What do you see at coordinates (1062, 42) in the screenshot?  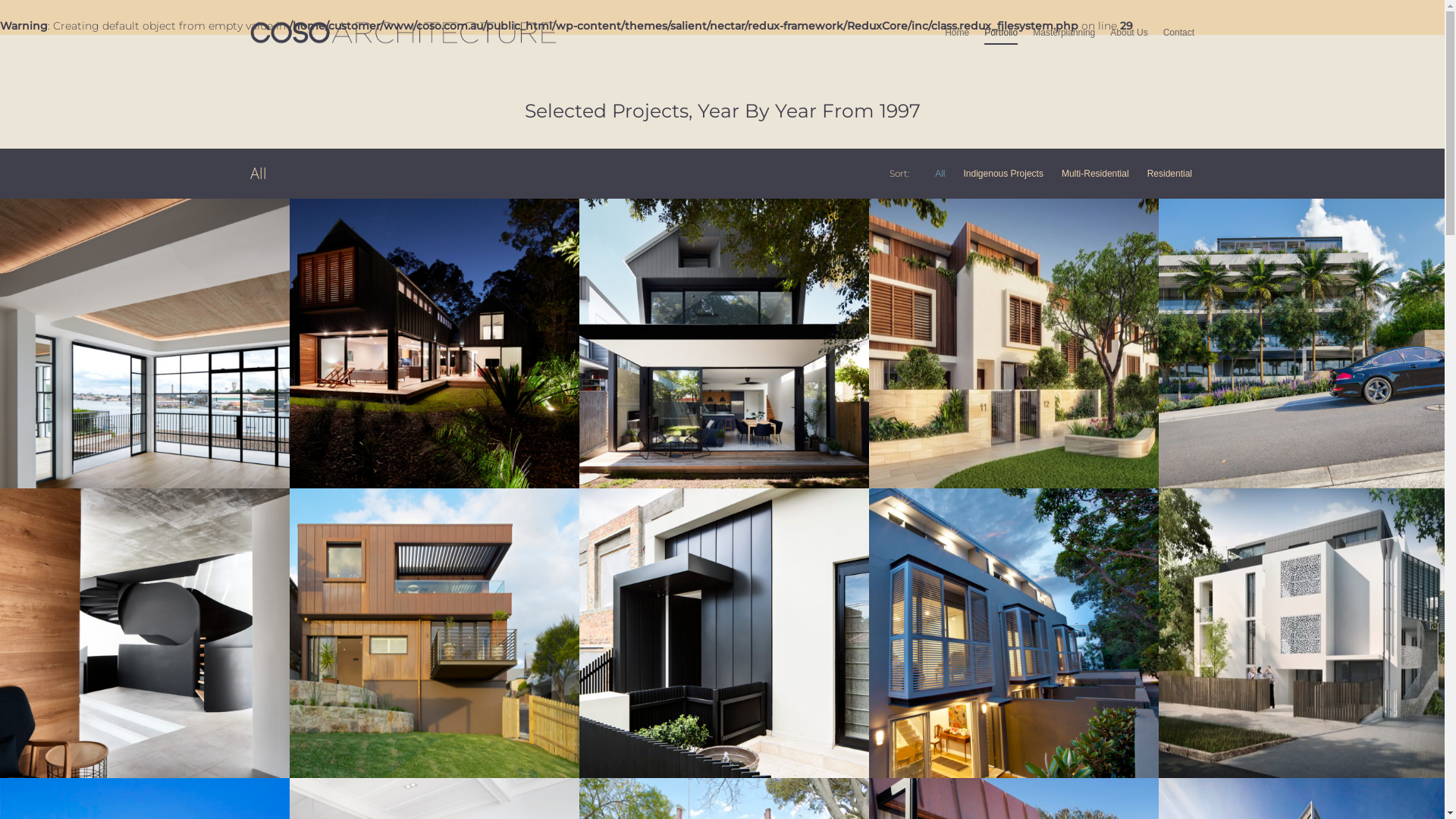 I see `'Masterplanning'` at bounding box center [1062, 42].